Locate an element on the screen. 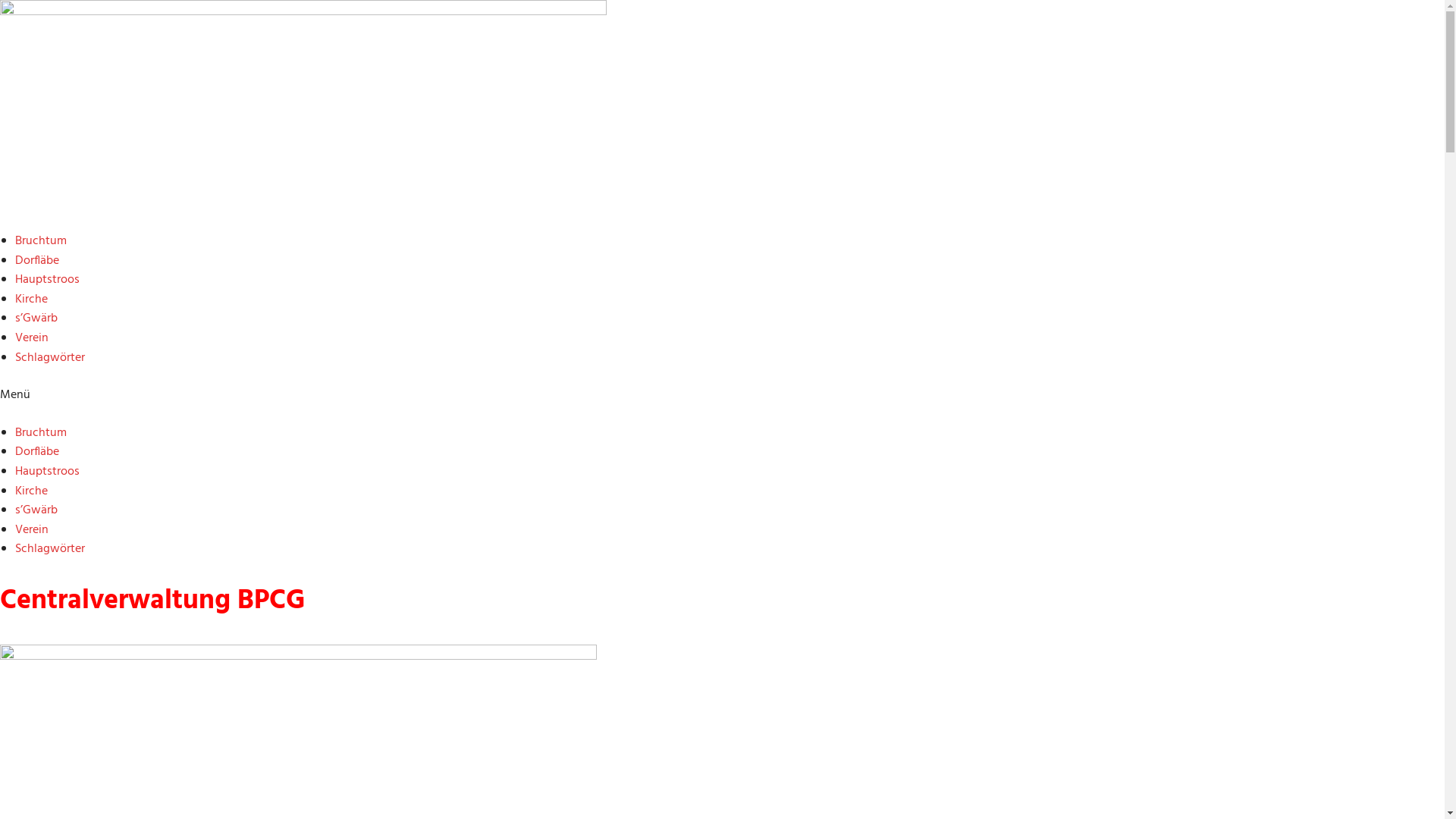  'Bruchtum' is located at coordinates (14, 432).